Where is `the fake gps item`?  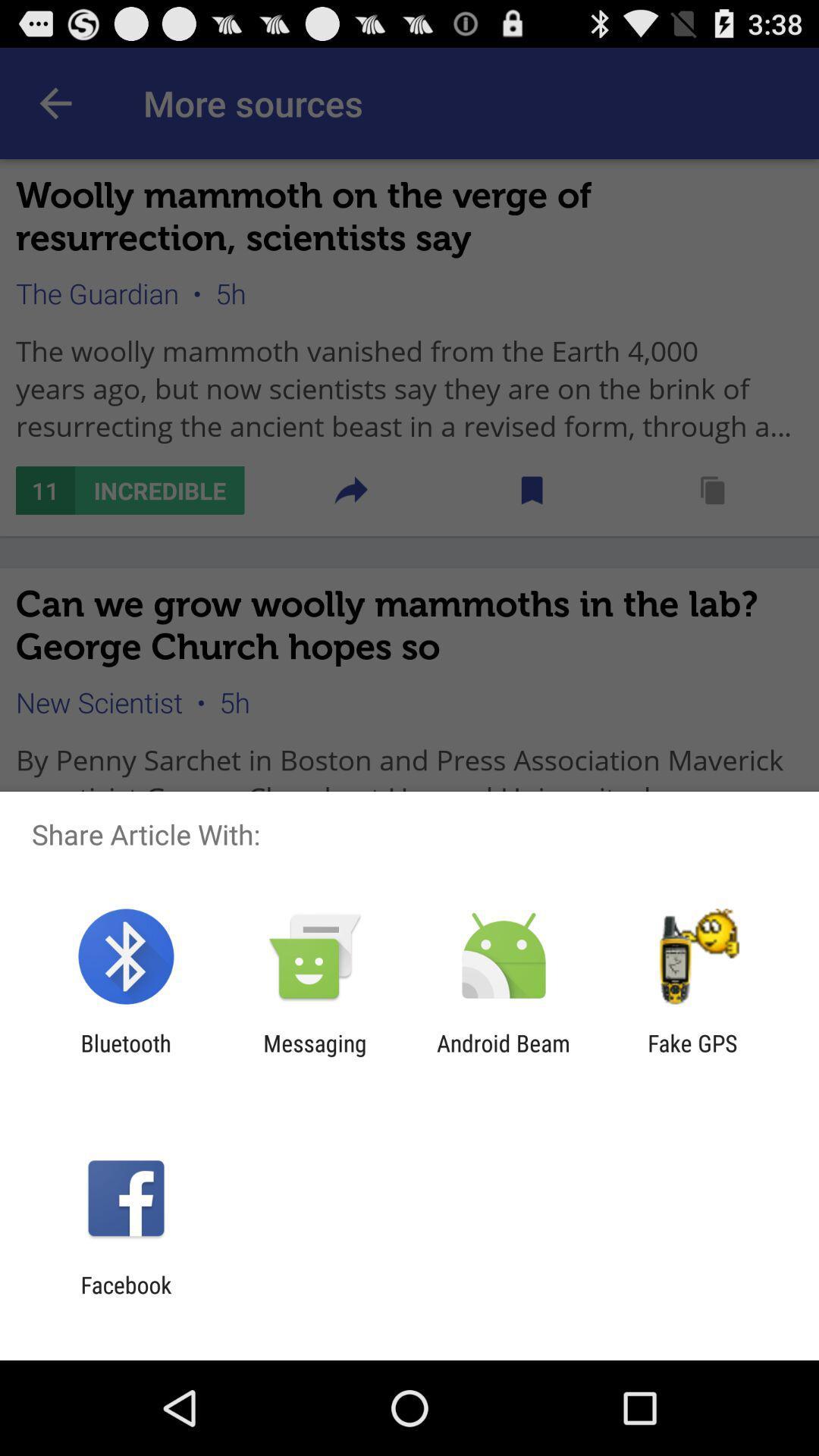
the fake gps item is located at coordinates (692, 1056).